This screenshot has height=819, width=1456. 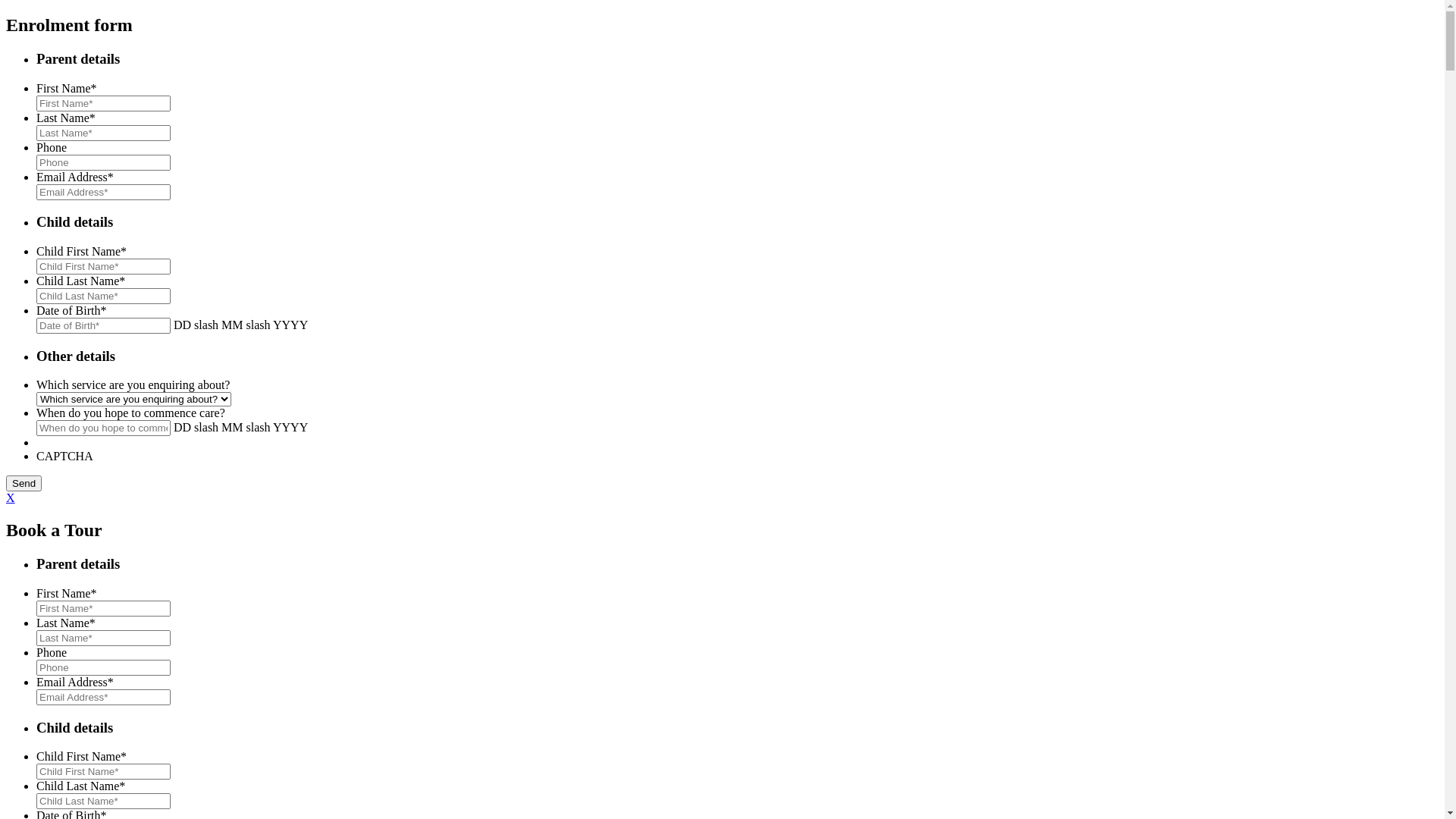 I want to click on 'Send', so click(x=24, y=483).